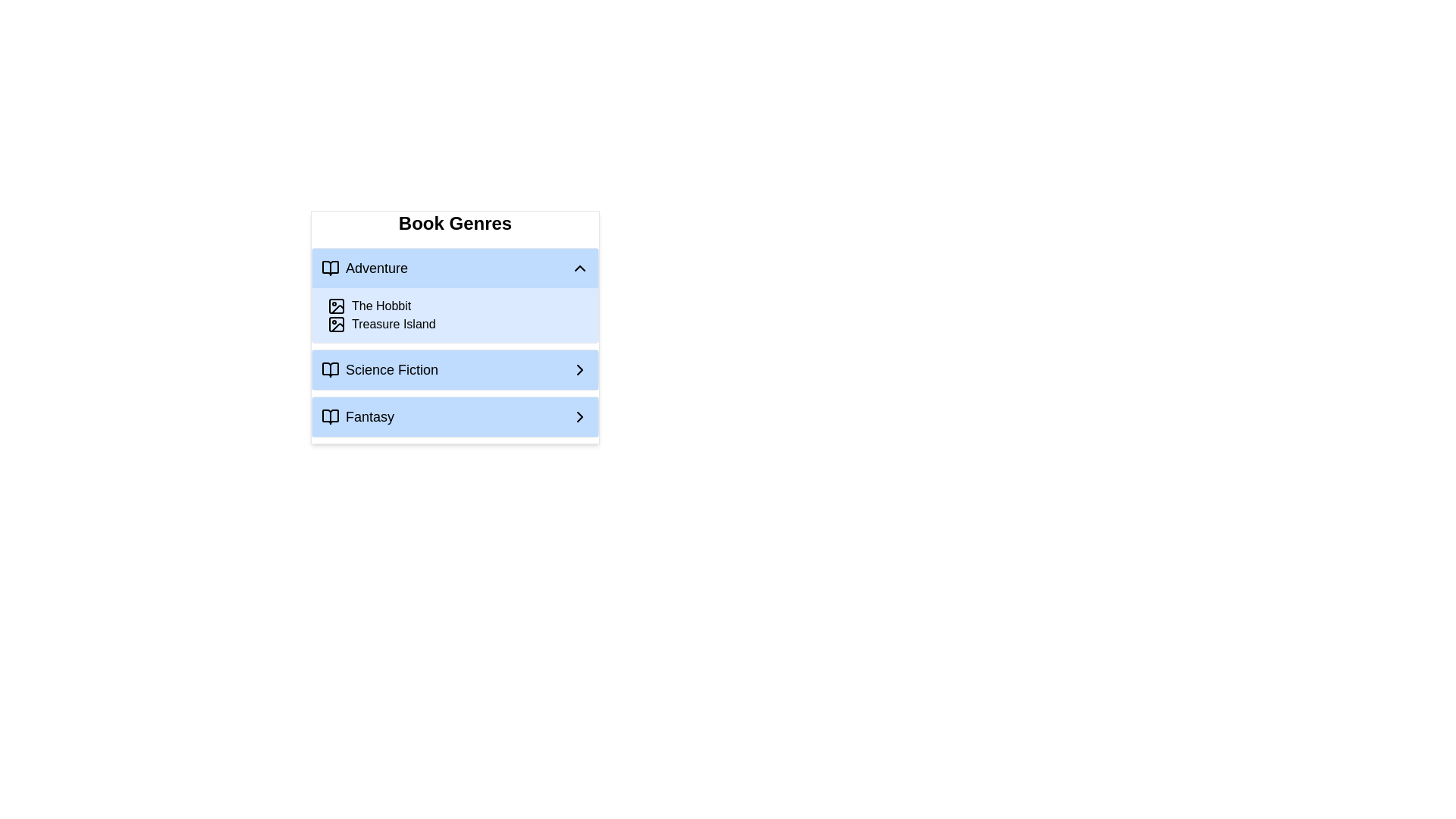  What do you see at coordinates (457, 306) in the screenshot?
I see `the first list item indicating the book 'The Hobbit' in the 'Adventure' category of the 'Book Genres' panel` at bounding box center [457, 306].